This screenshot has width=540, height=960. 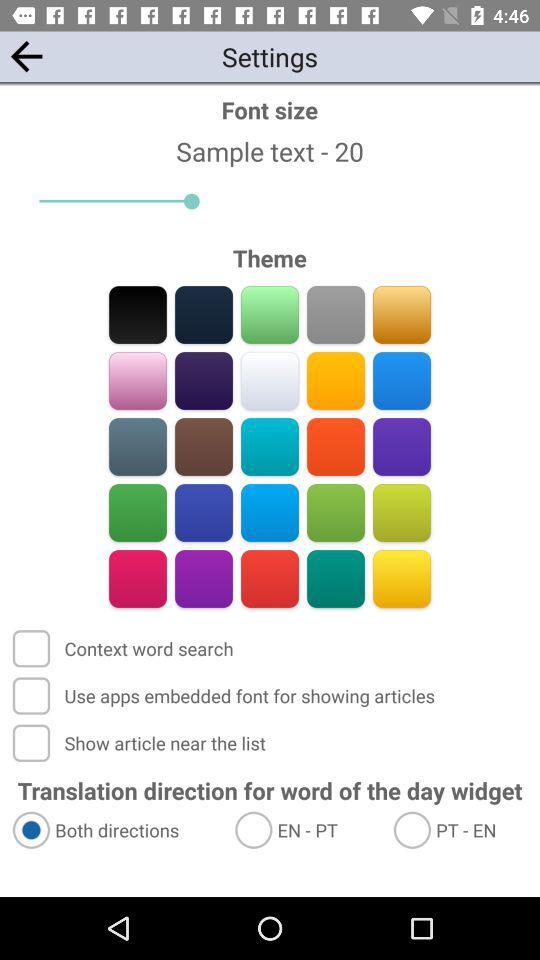 I want to click on the item below translation direction for item, so click(x=115, y=830).